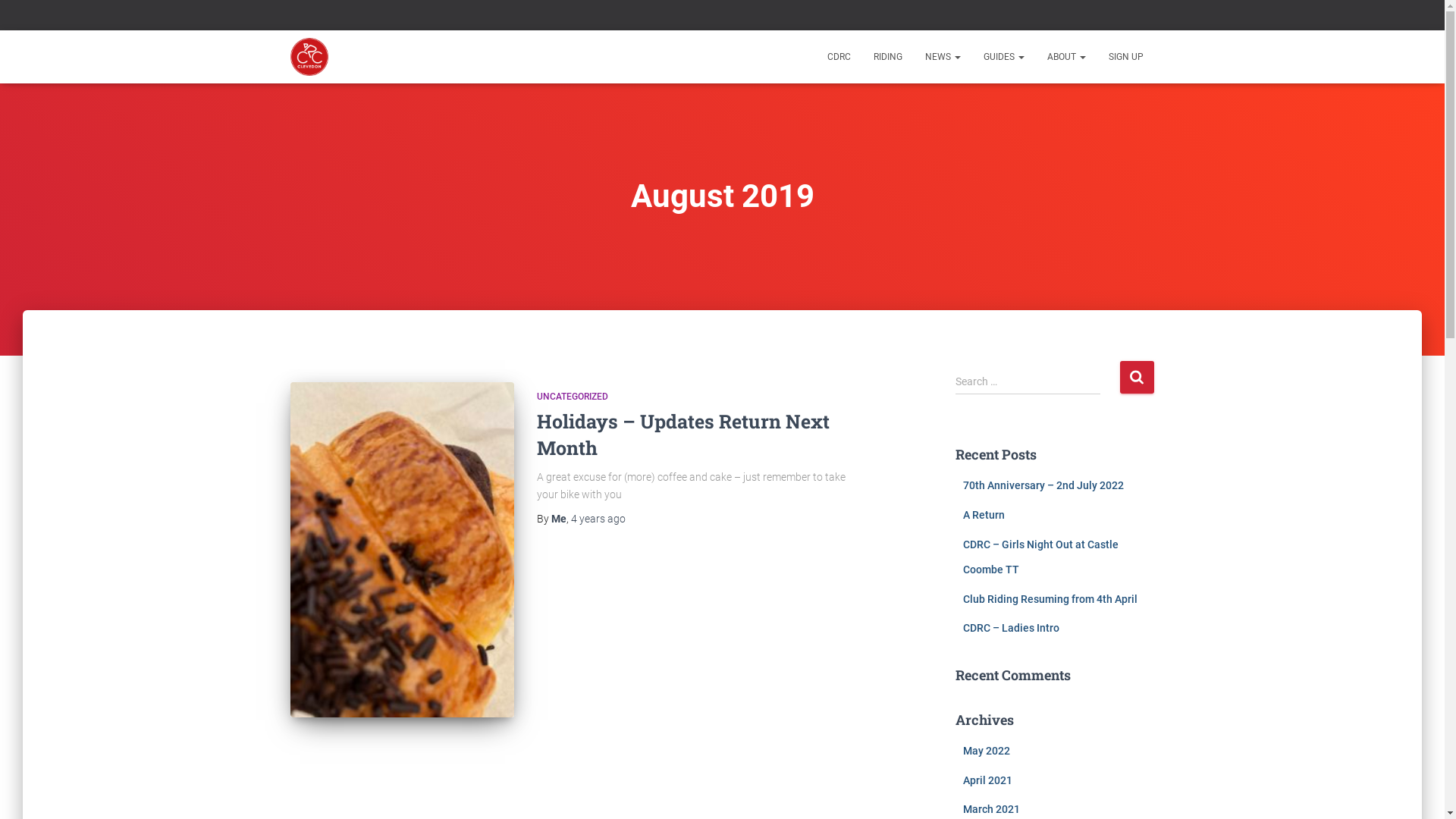 Image resolution: width=1456 pixels, height=819 pixels. What do you see at coordinates (549, 517) in the screenshot?
I see `'Me'` at bounding box center [549, 517].